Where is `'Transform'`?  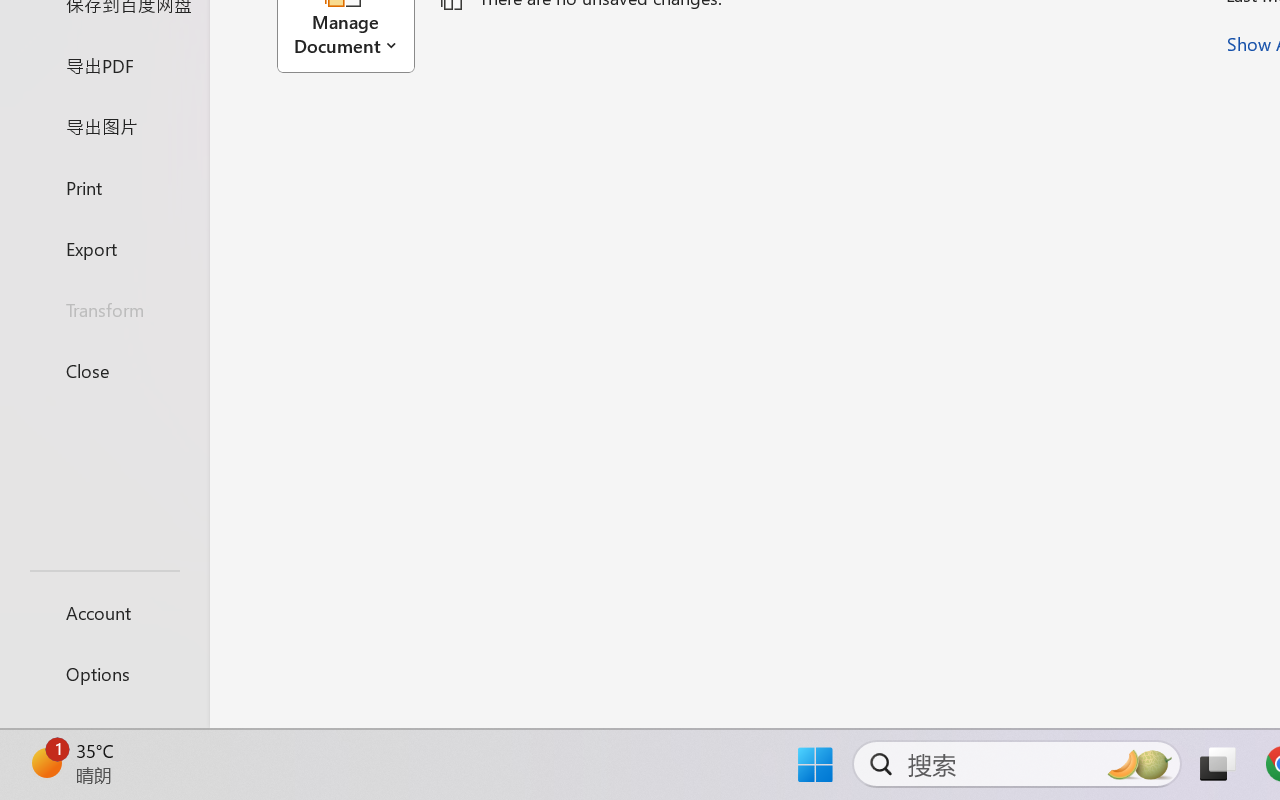
'Transform' is located at coordinates (103, 308).